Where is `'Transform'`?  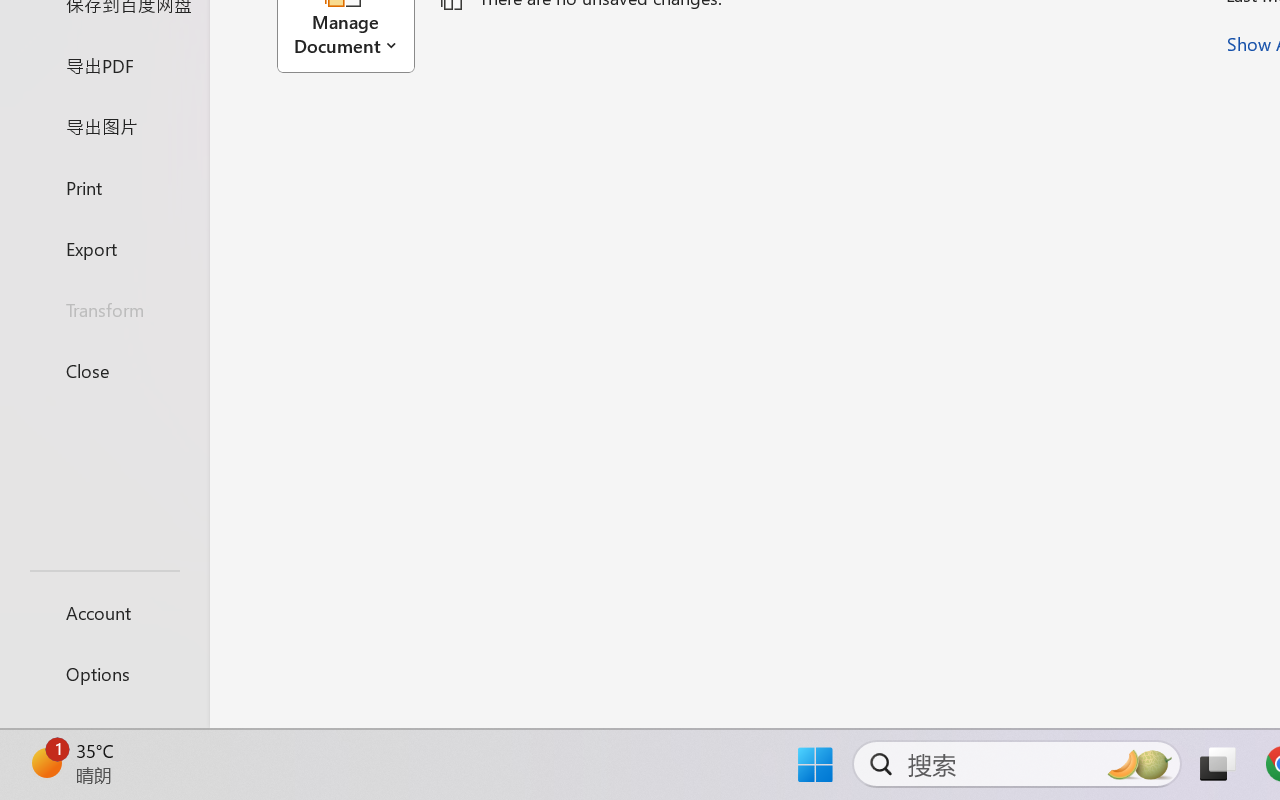
'Transform' is located at coordinates (103, 308).